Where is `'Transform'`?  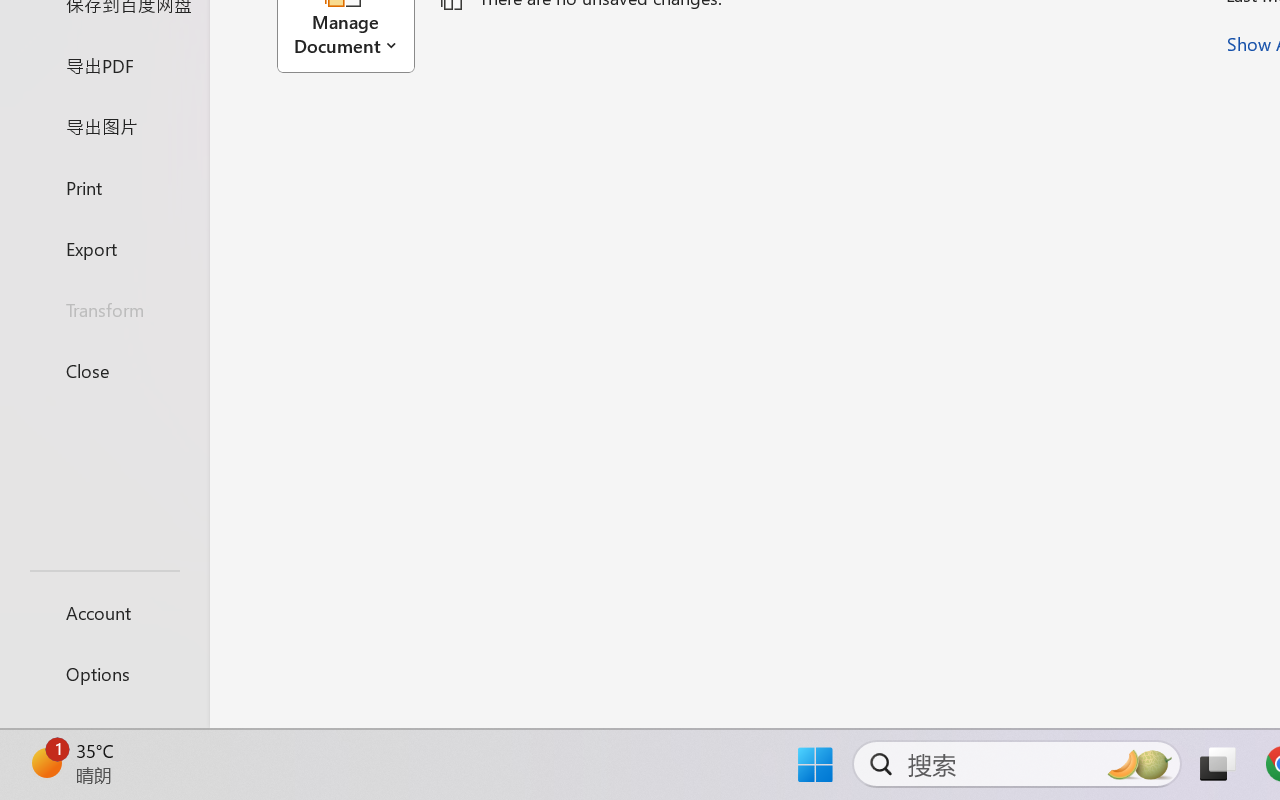
'Transform' is located at coordinates (103, 308).